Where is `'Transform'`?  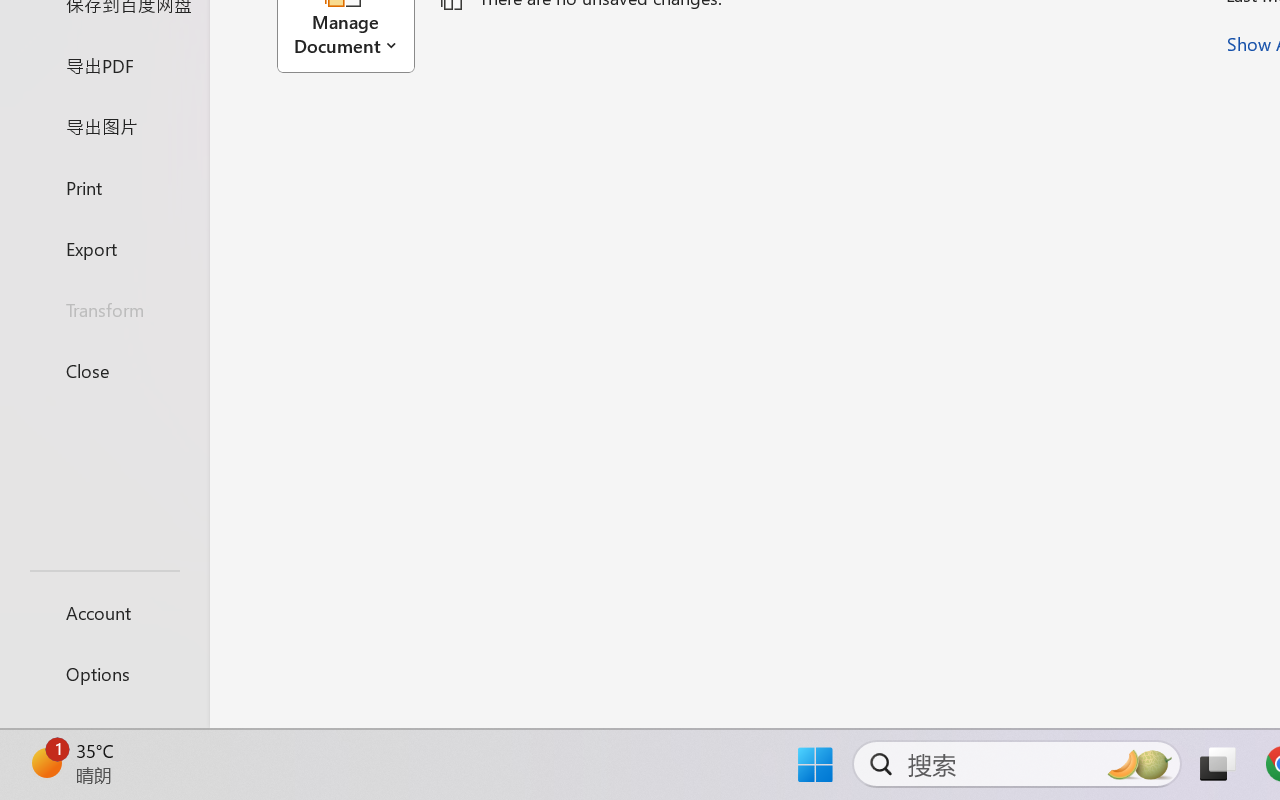
'Transform' is located at coordinates (103, 308).